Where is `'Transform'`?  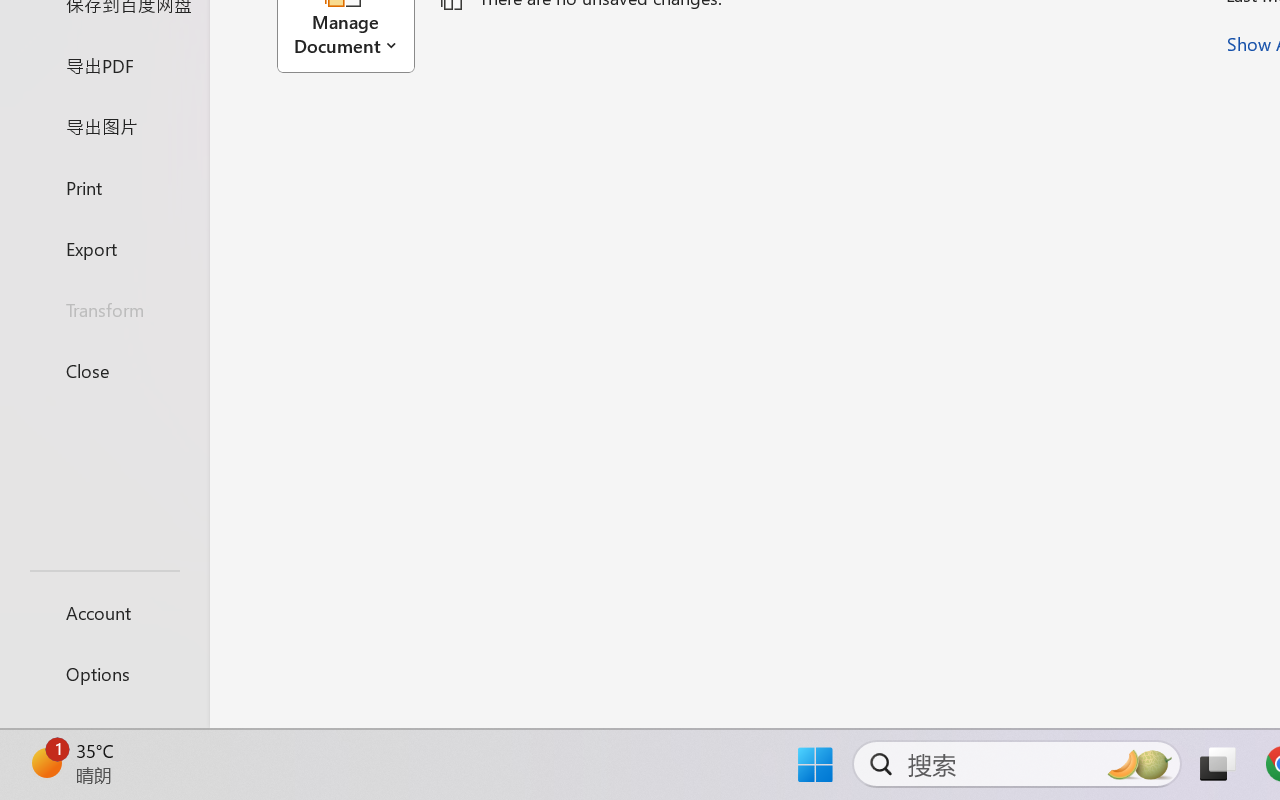
'Transform' is located at coordinates (103, 308).